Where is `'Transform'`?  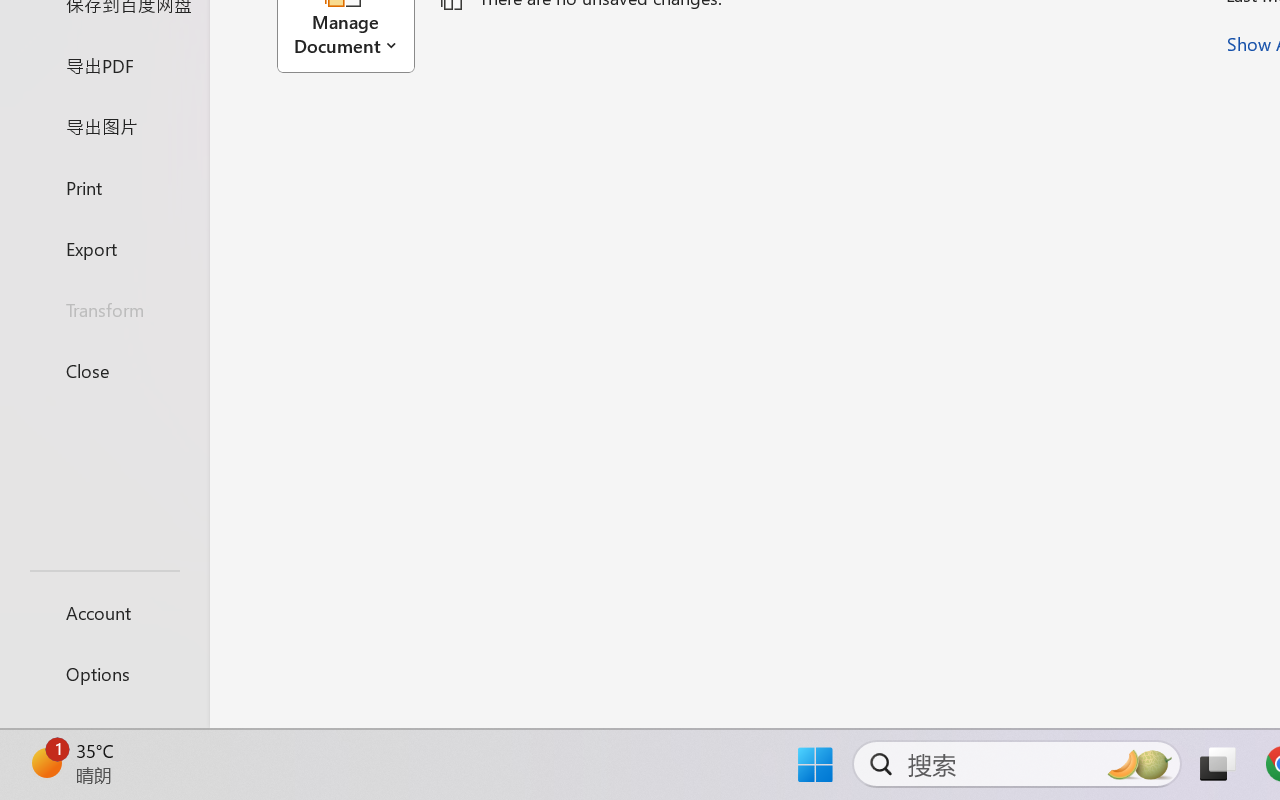
'Transform' is located at coordinates (103, 308).